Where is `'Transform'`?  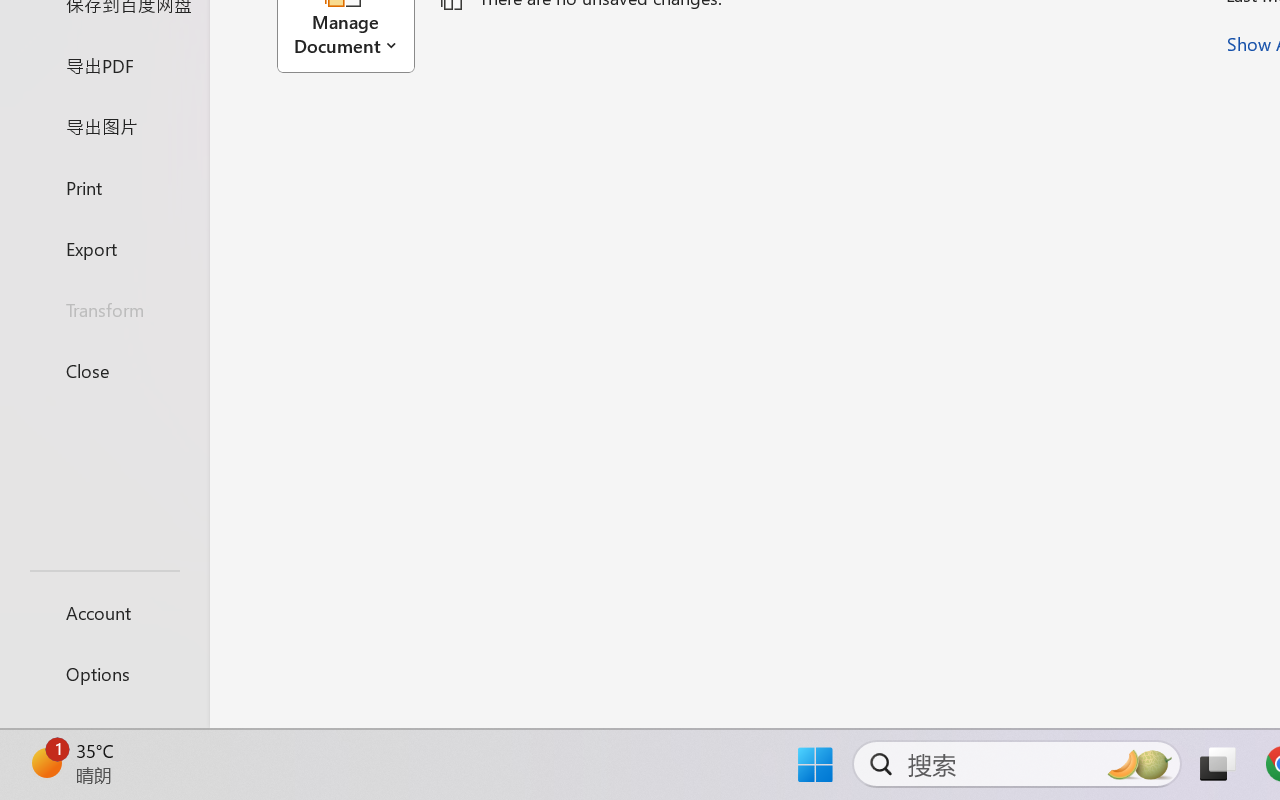
'Transform' is located at coordinates (103, 308).